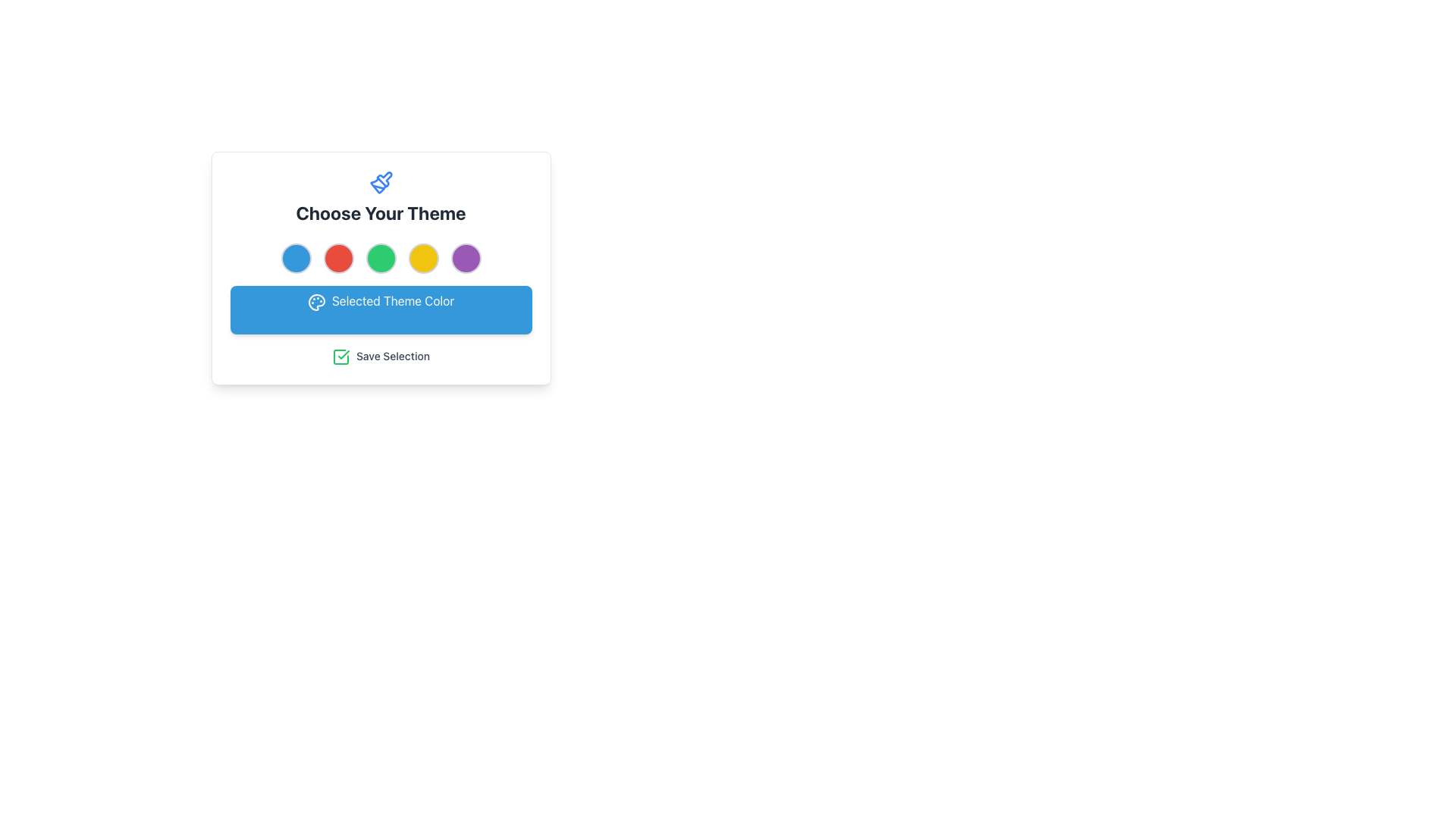 The width and height of the screenshot is (1456, 819). What do you see at coordinates (393, 356) in the screenshot?
I see `the 'Save Selection' text label, which is styled in a small-sized gray font and positioned to the right of a green checkbox icon` at bounding box center [393, 356].